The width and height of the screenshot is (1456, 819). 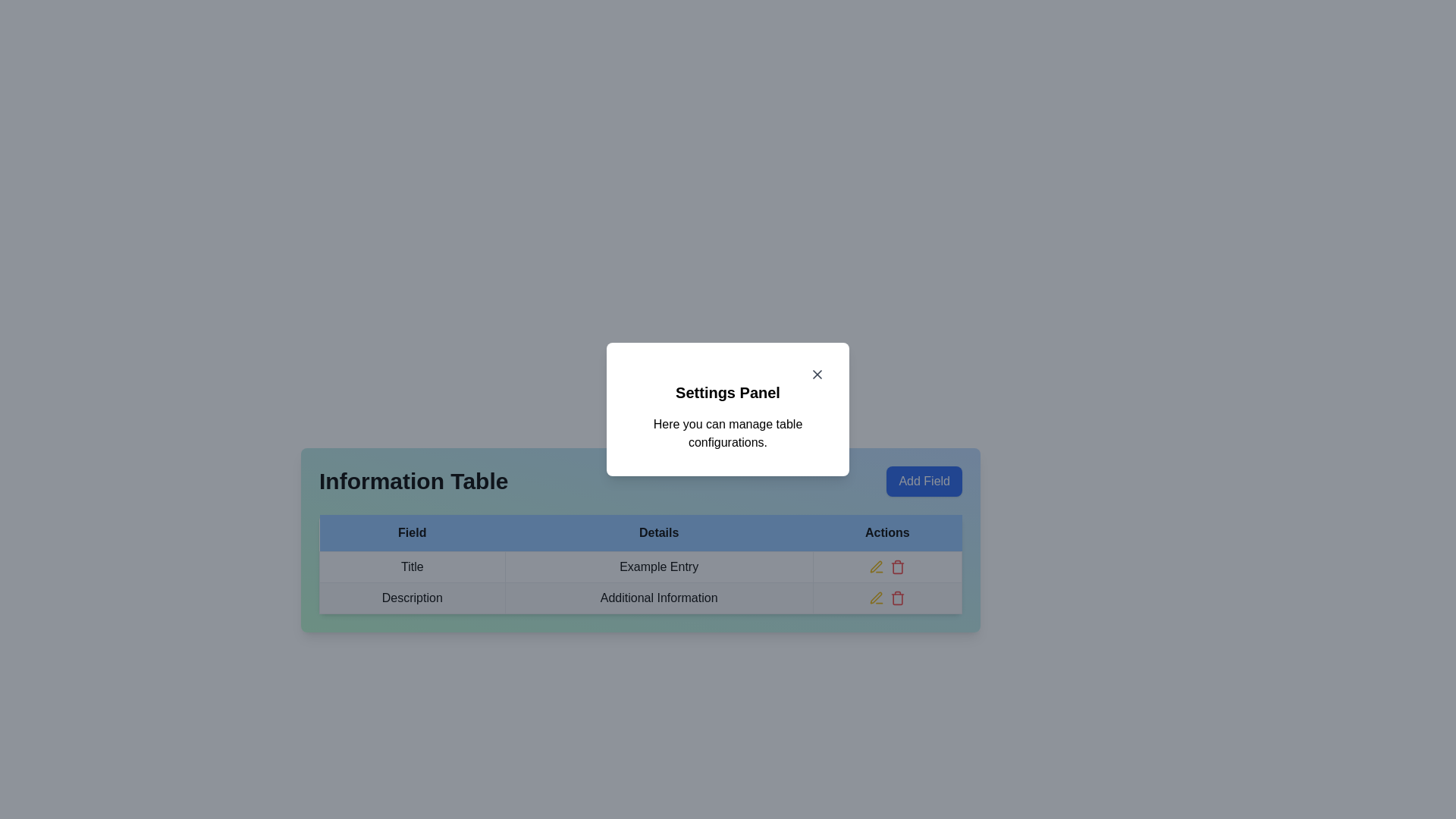 What do you see at coordinates (887, 567) in the screenshot?
I see `the delete icon in the horizontal group of interactive icons located in the 'Actions' column of the first row in the 'Information Table' section` at bounding box center [887, 567].